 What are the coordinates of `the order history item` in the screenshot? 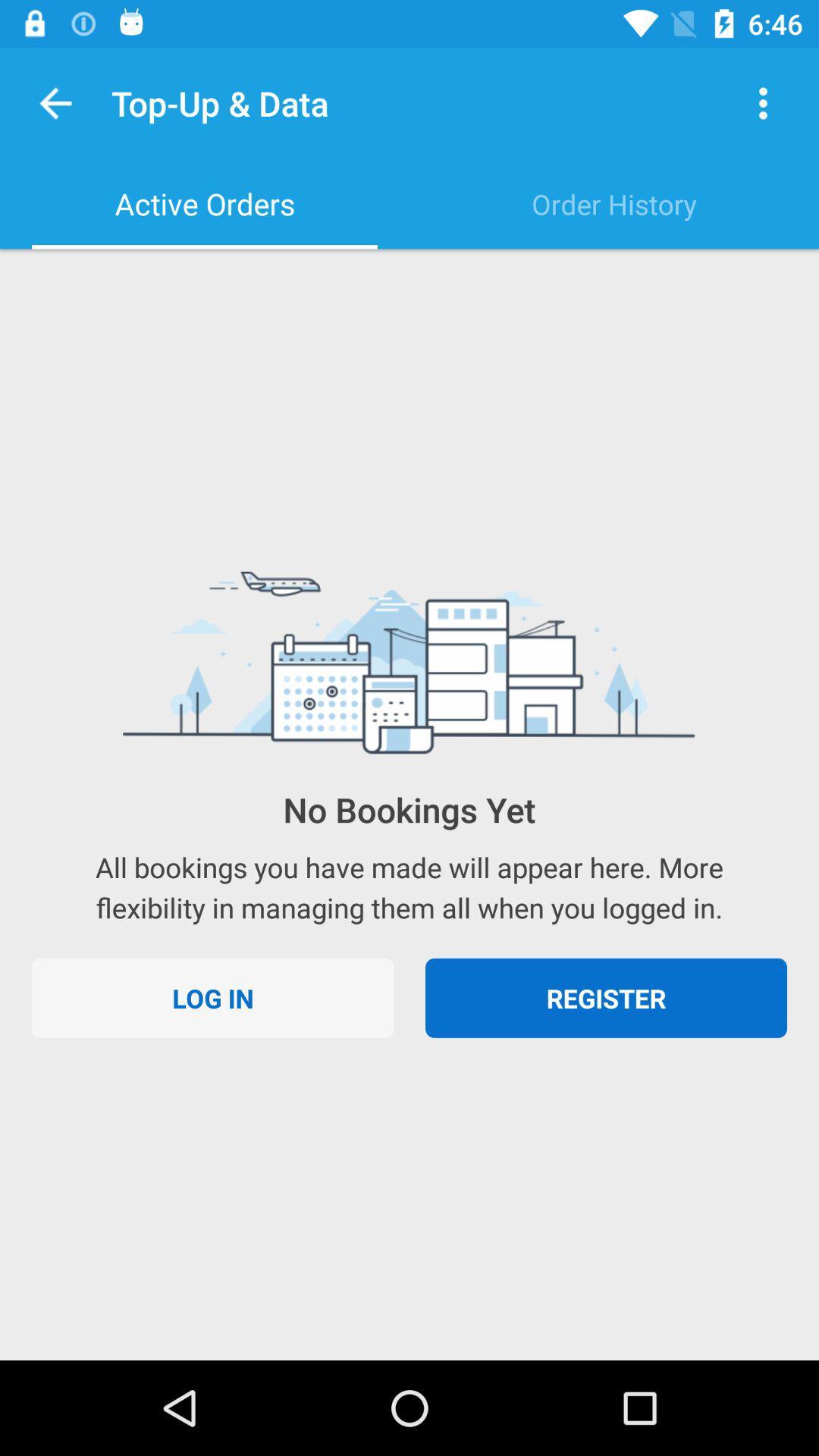 It's located at (614, 203).